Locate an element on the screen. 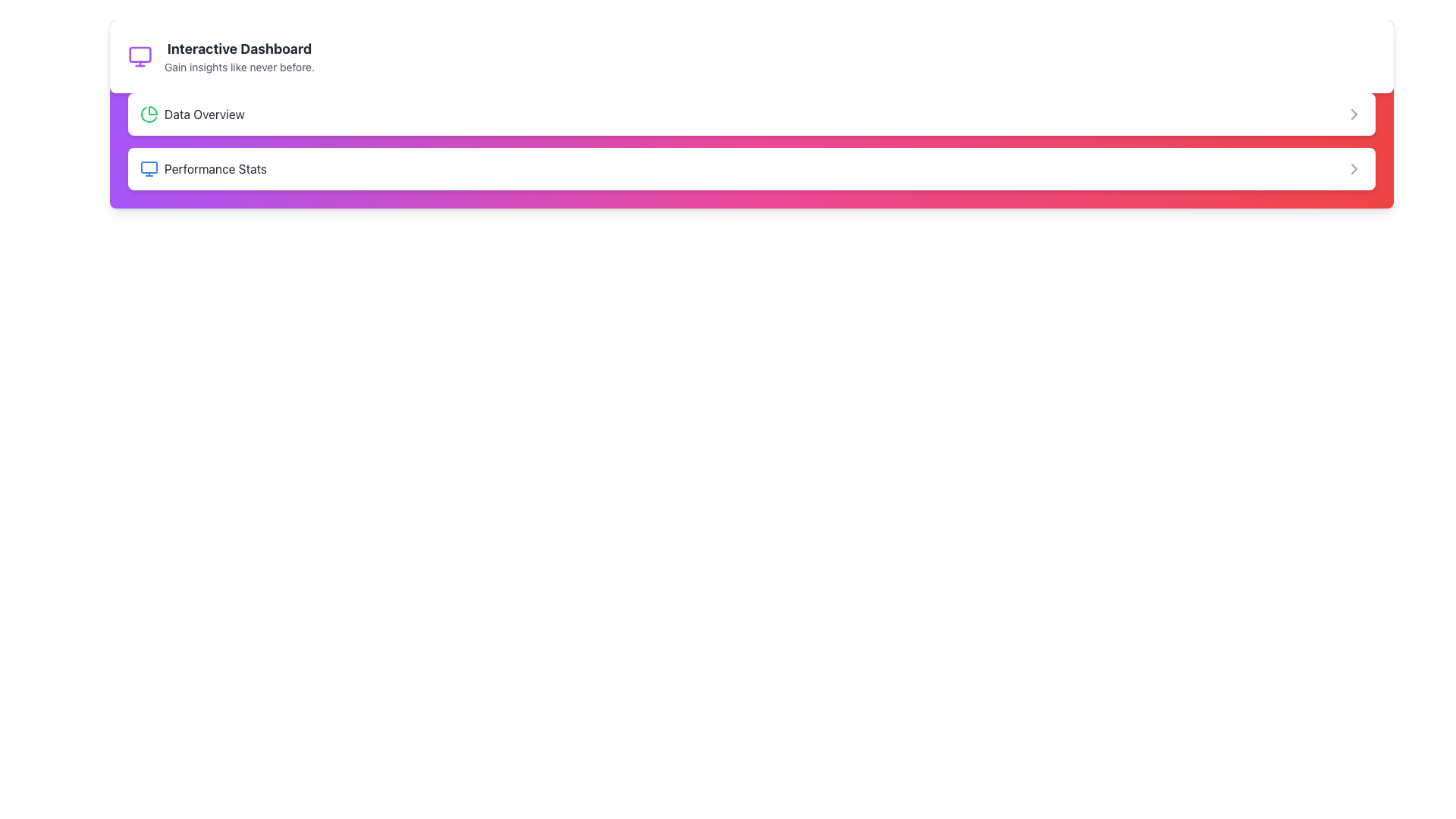 This screenshot has width=1456, height=819. the 'Performance Stats' option in the purple gradient card is located at coordinates (202, 169).